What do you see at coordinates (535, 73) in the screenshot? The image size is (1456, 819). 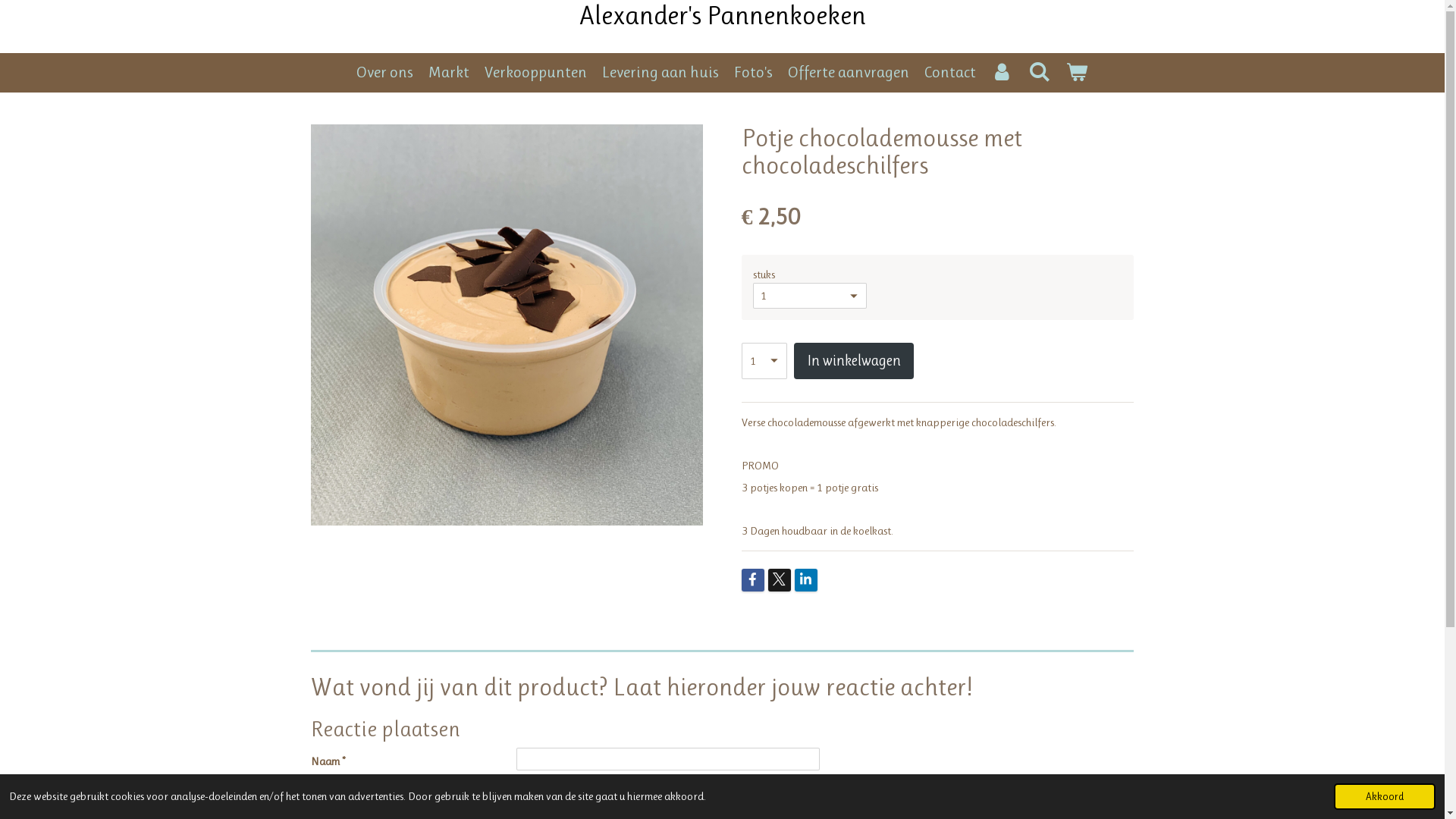 I see `'Verkooppunten'` at bounding box center [535, 73].